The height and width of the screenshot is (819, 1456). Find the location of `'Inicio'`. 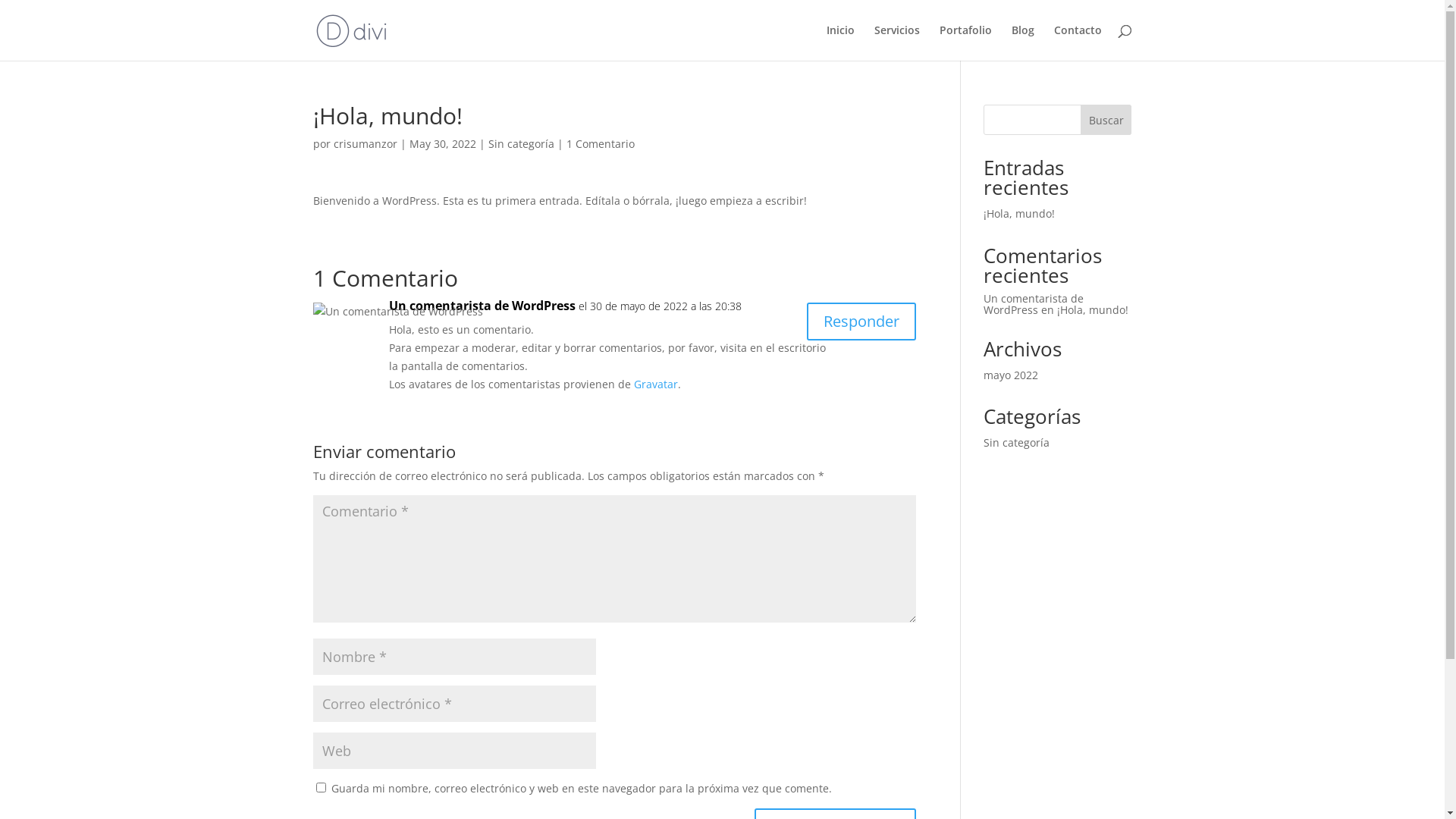

'Inicio' is located at coordinates (839, 42).